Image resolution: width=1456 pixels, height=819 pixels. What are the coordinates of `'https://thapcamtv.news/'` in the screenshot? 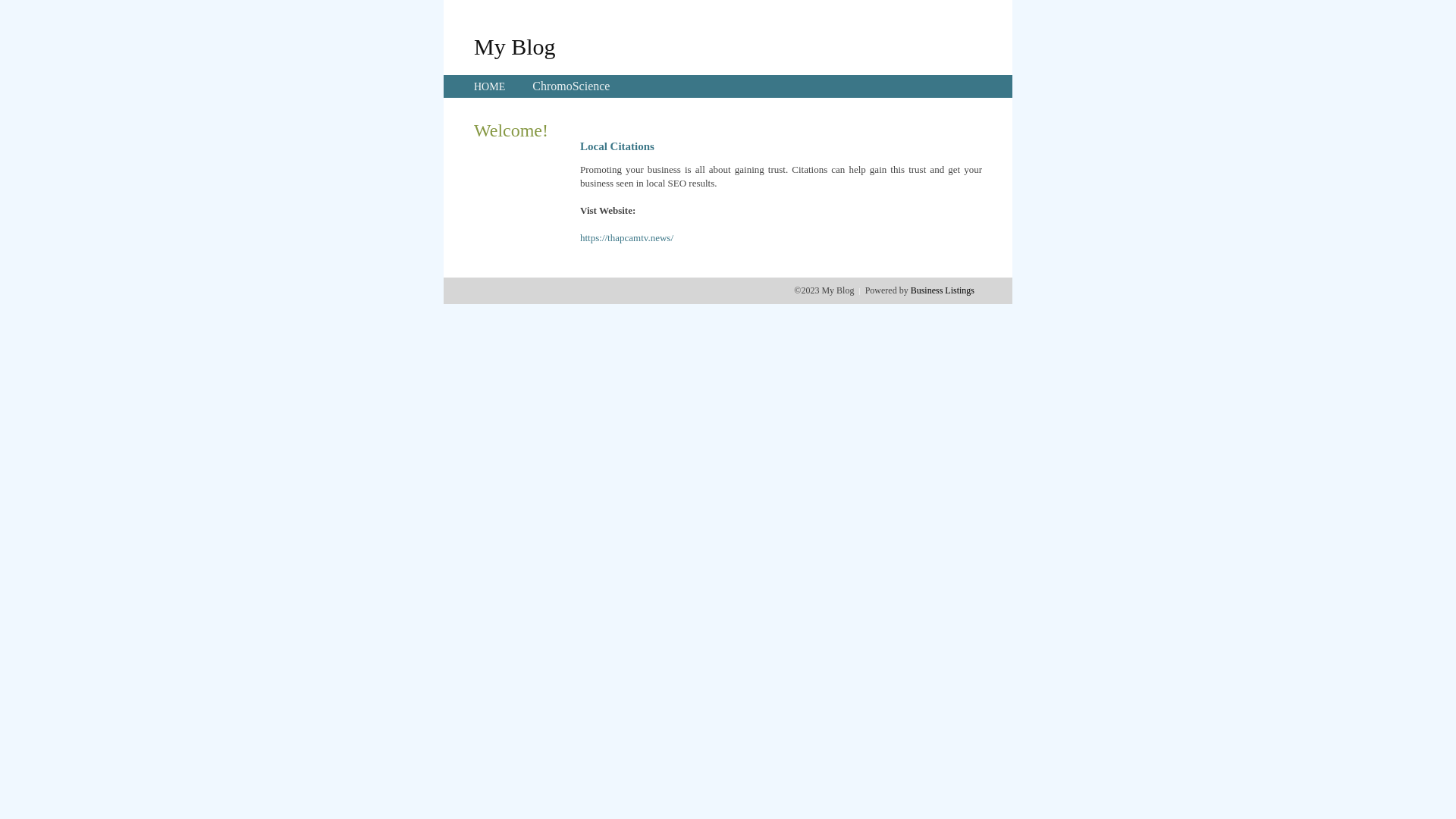 It's located at (626, 237).